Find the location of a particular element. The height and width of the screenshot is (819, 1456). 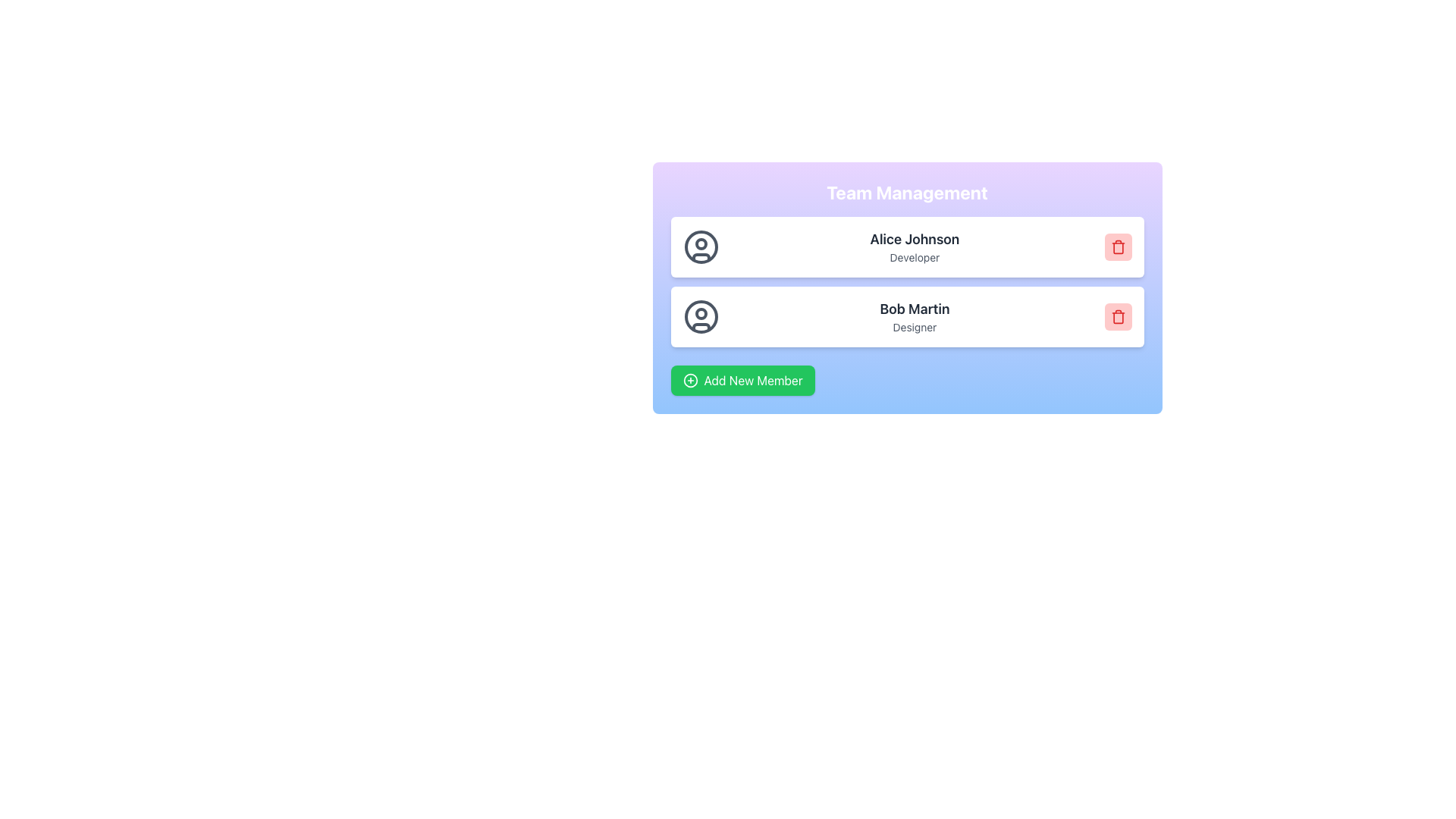

the text display that shows 'Bob Martin' and 'Designer' in the second card of the team members list is located at coordinates (914, 315).